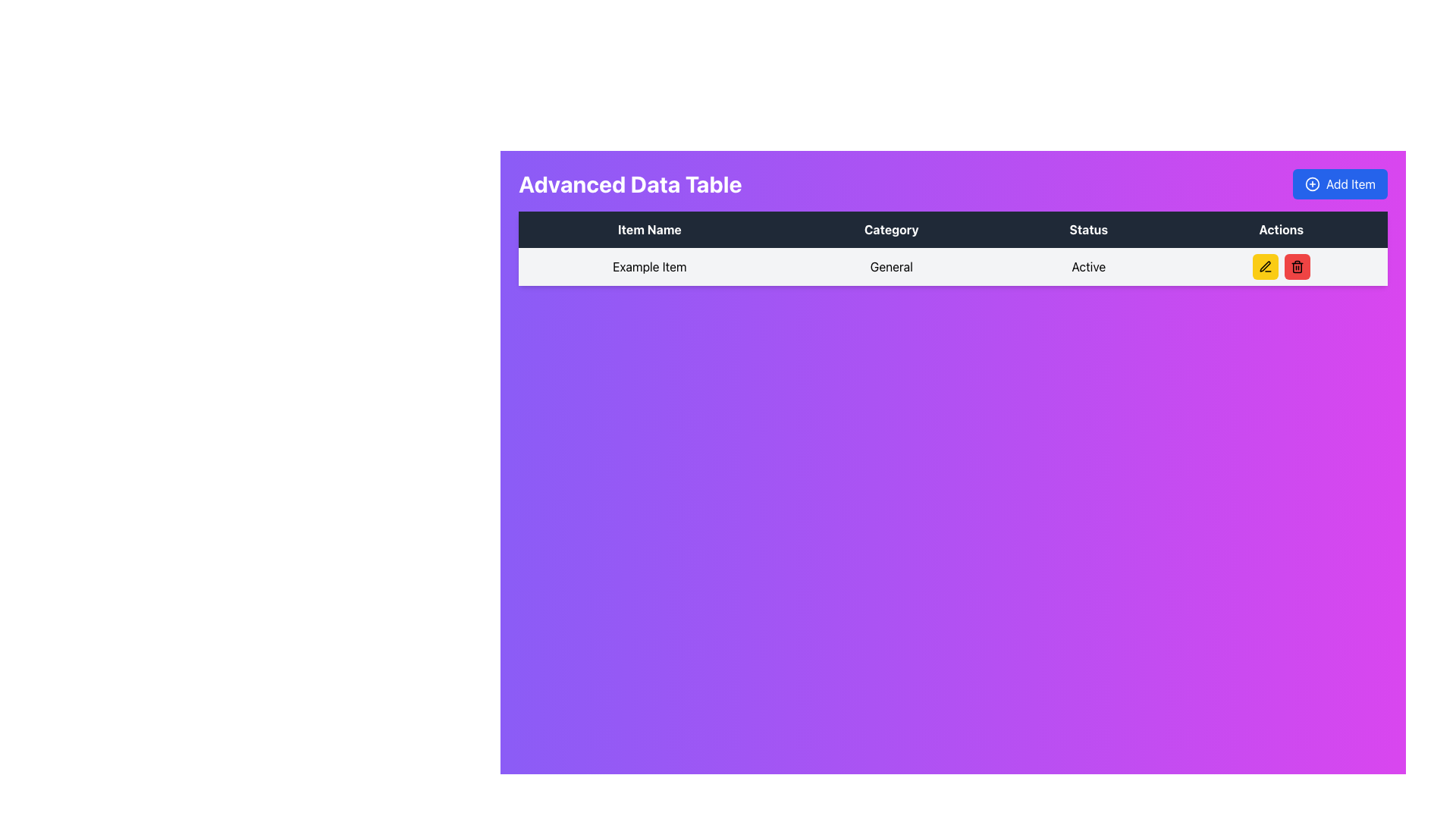 This screenshot has height=819, width=1456. Describe the element at coordinates (1296, 265) in the screenshot. I see `the delete button located` at that location.